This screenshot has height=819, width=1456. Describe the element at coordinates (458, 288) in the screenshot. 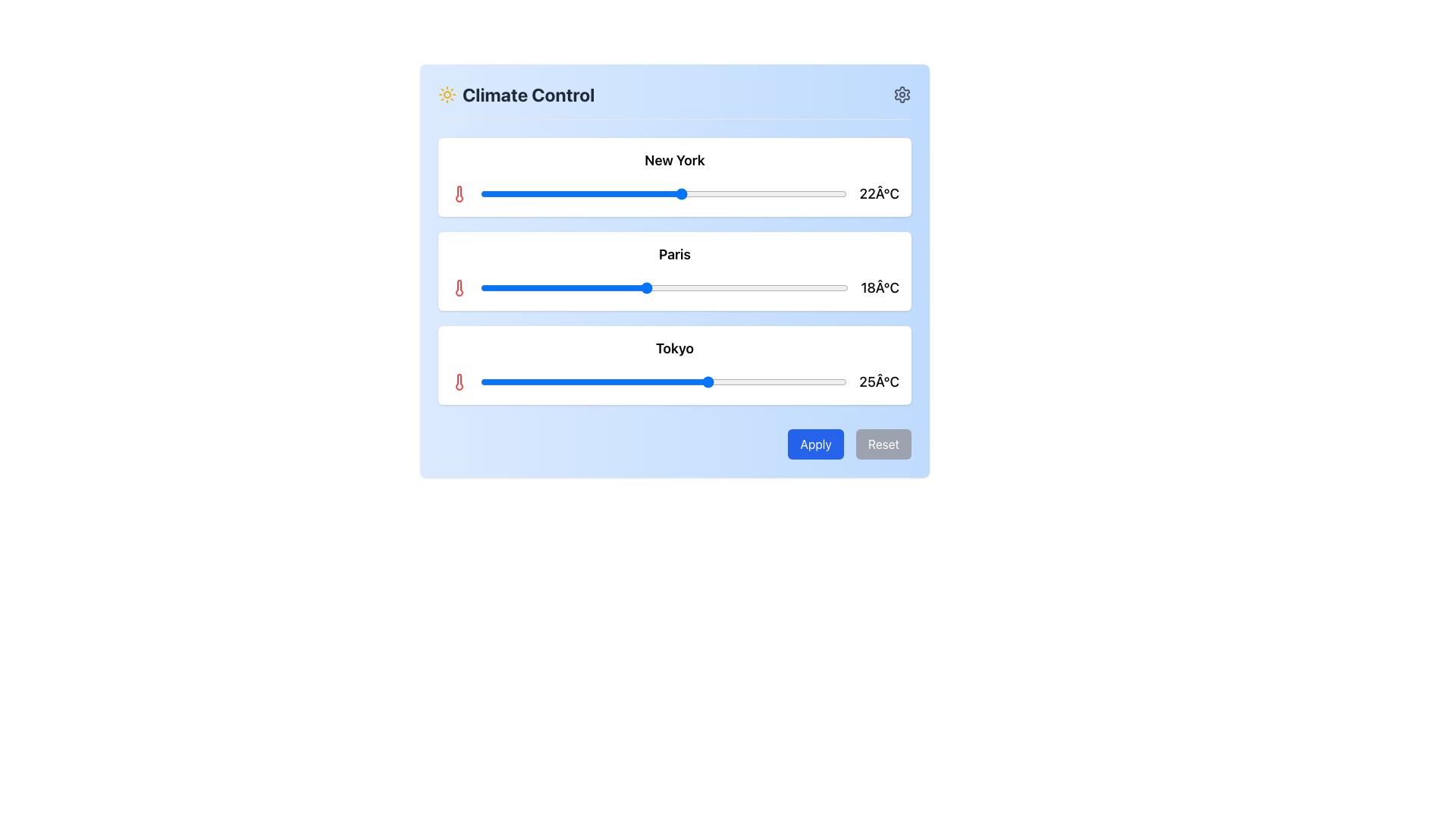

I see `the small red thermometer icon located to the left of the Paris temperature control section, preceding the blue slider control and temperature text` at that location.